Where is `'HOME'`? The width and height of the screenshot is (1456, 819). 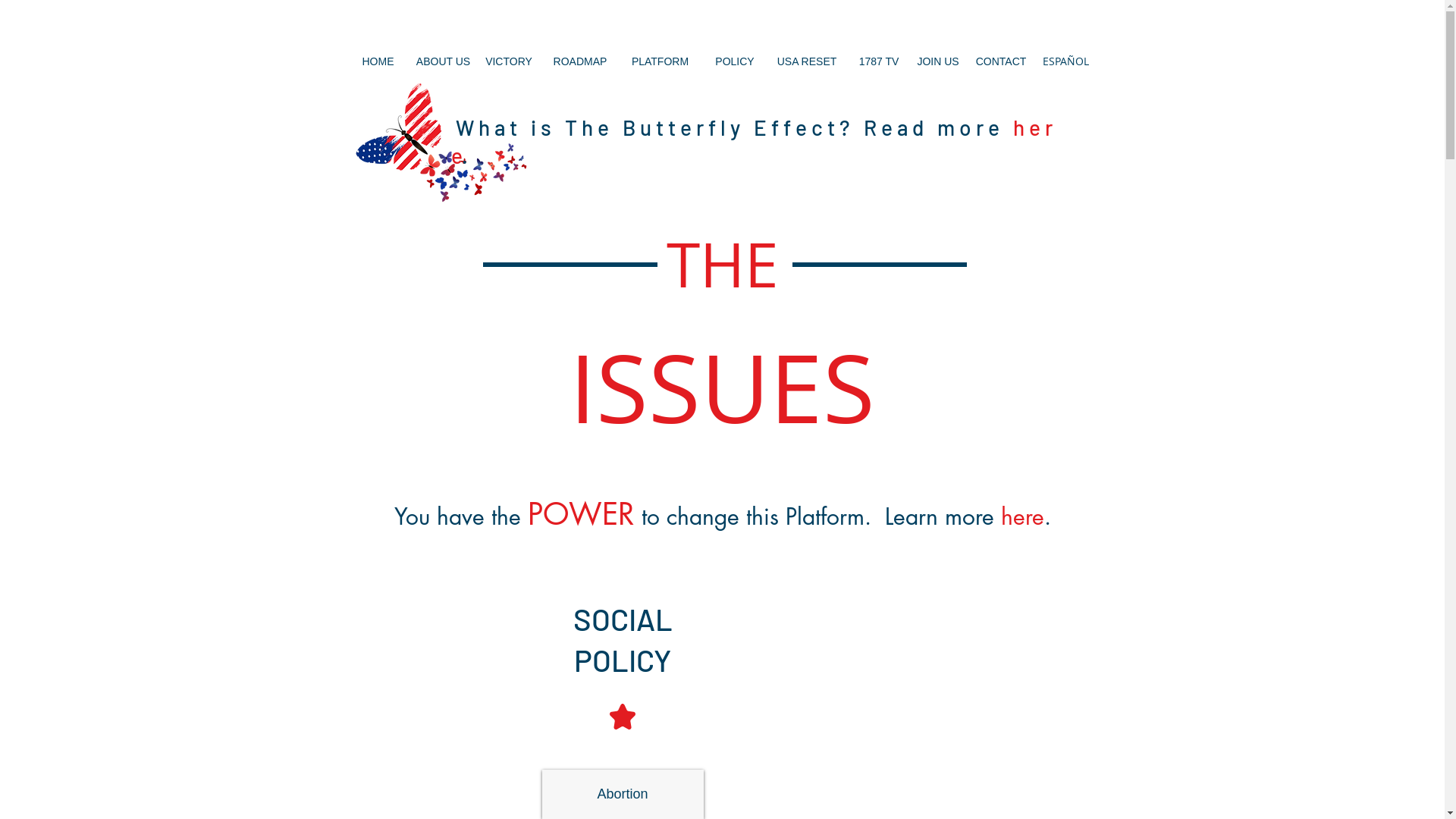 'HOME' is located at coordinates (378, 60).